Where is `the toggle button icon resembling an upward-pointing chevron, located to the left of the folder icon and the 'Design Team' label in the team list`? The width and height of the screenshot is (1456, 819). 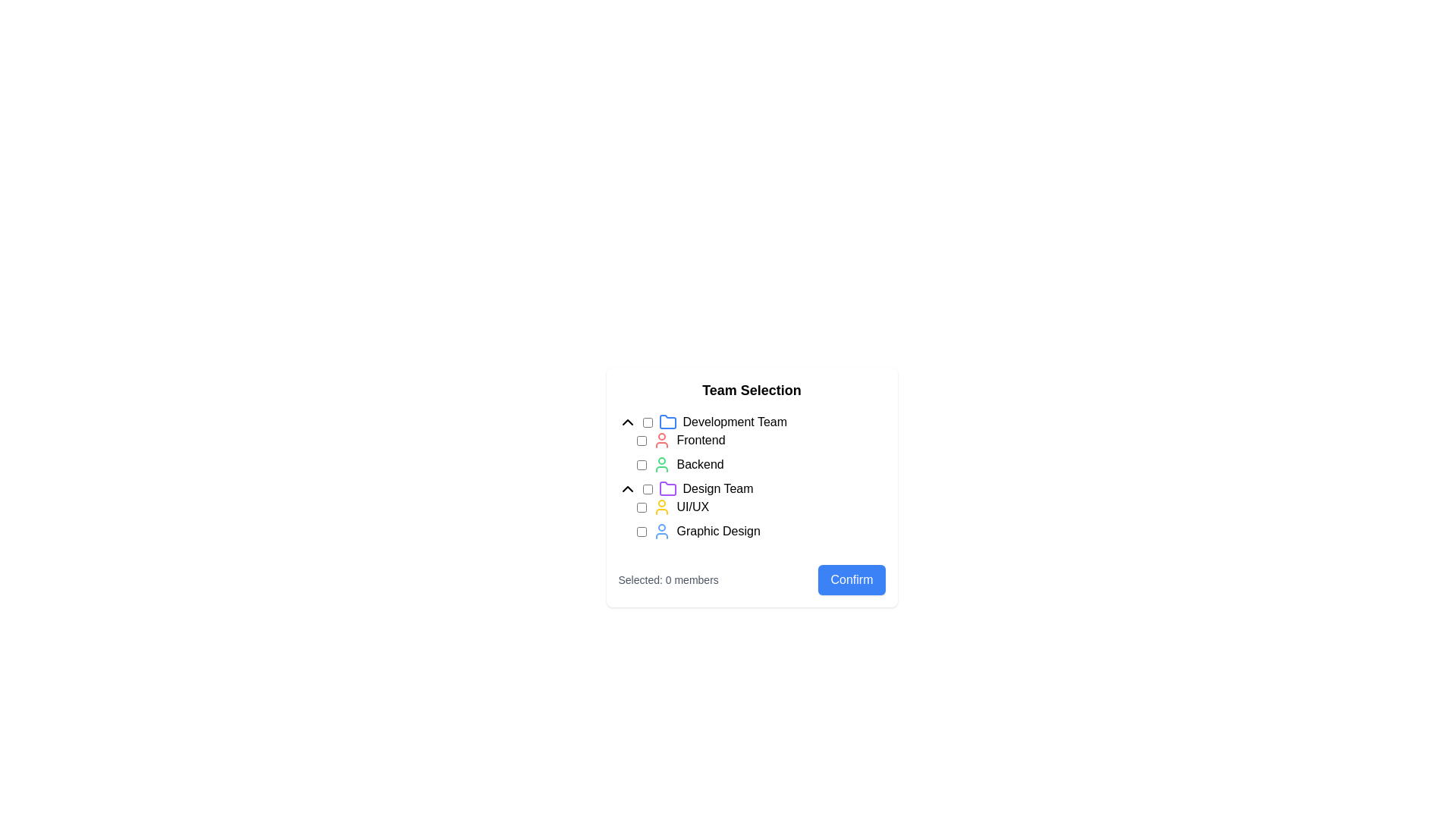 the toggle button icon resembling an upward-pointing chevron, located to the left of the folder icon and the 'Design Team' label in the team list is located at coordinates (627, 488).